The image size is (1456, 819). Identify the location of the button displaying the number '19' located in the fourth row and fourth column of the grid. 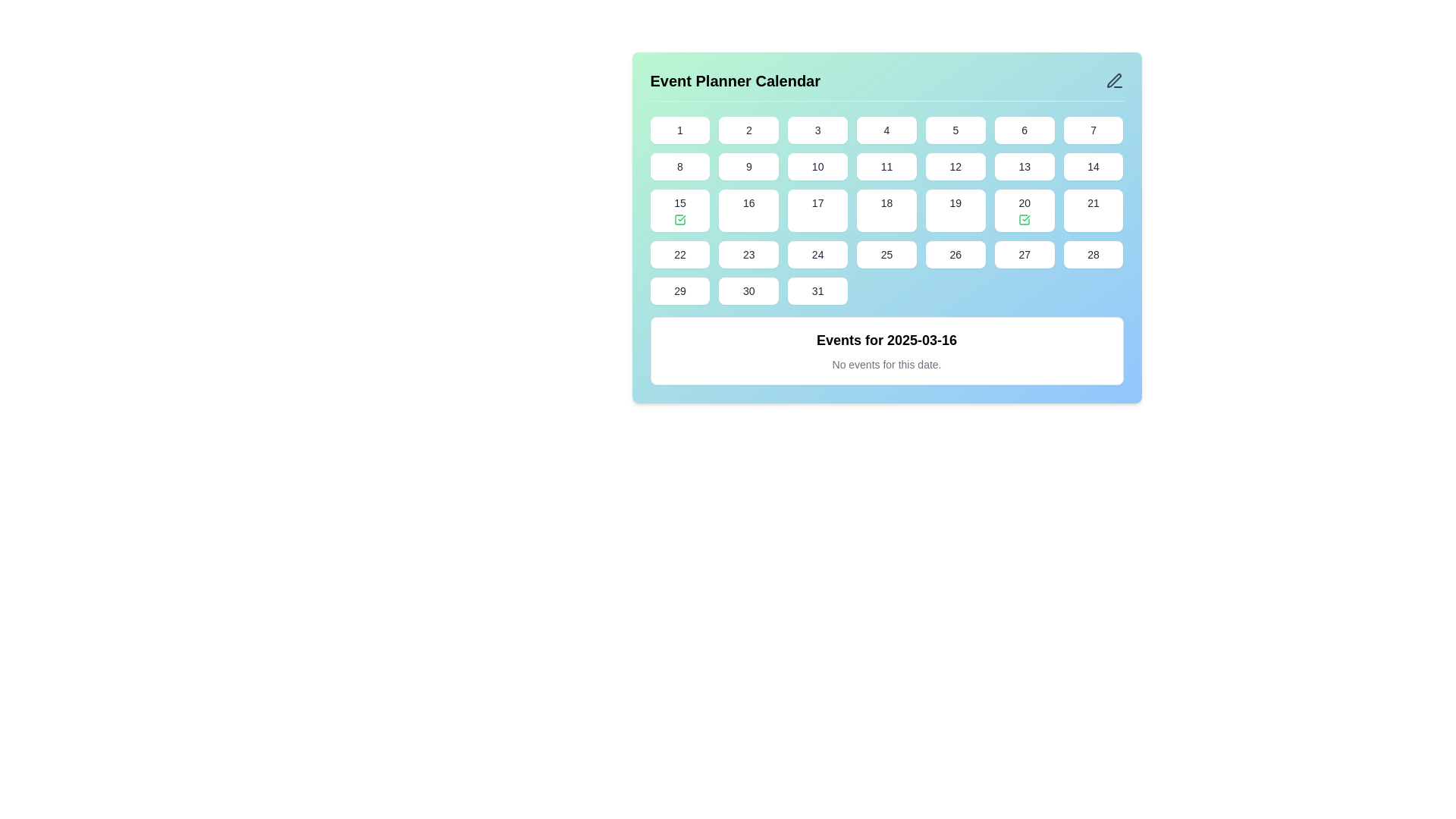
(955, 210).